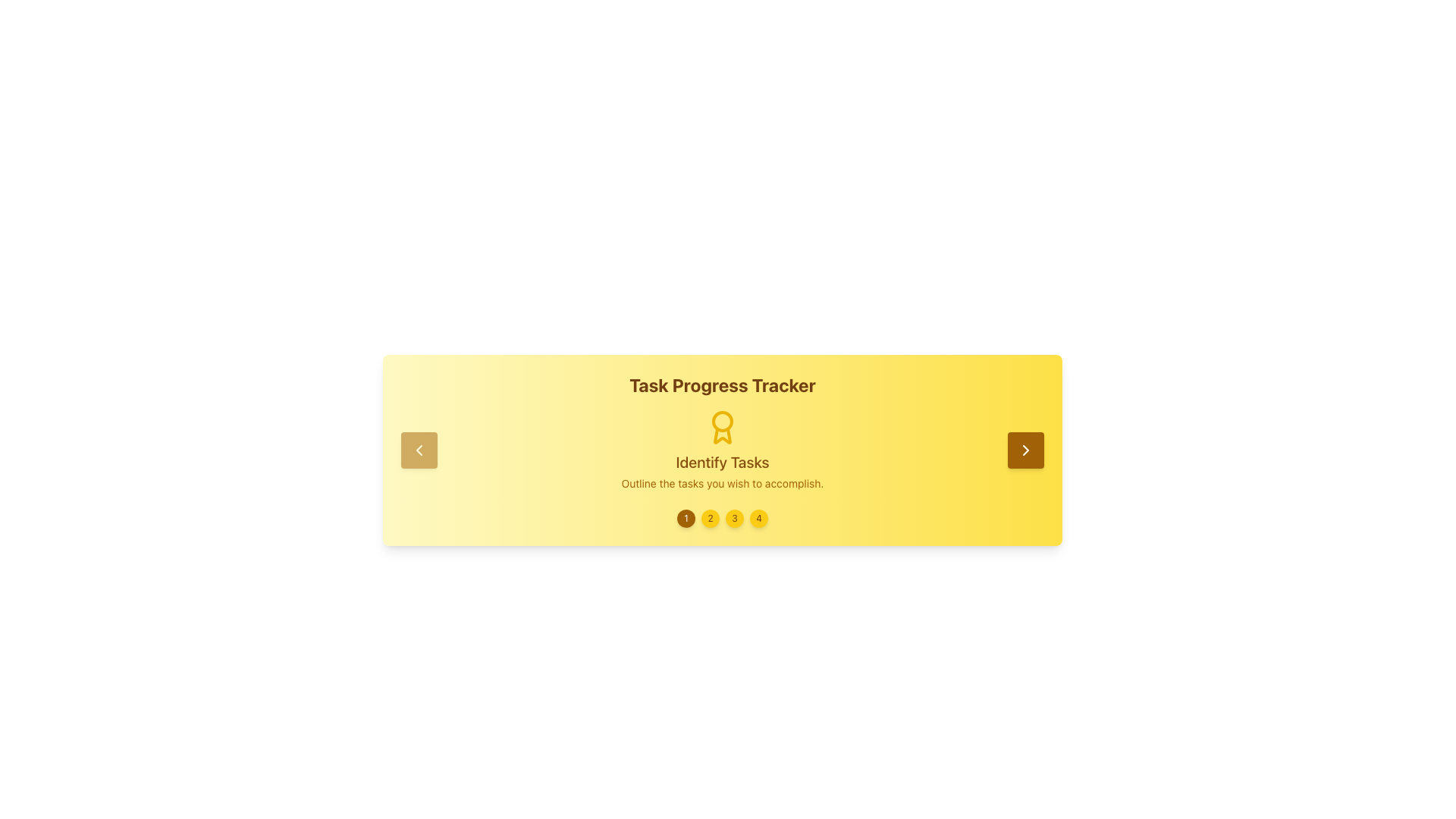  What do you see at coordinates (1026, 450) in the screenshot?
I see `the rightward navigation button with a yellow background and rounded edges` at bounding box center [1026, 450].